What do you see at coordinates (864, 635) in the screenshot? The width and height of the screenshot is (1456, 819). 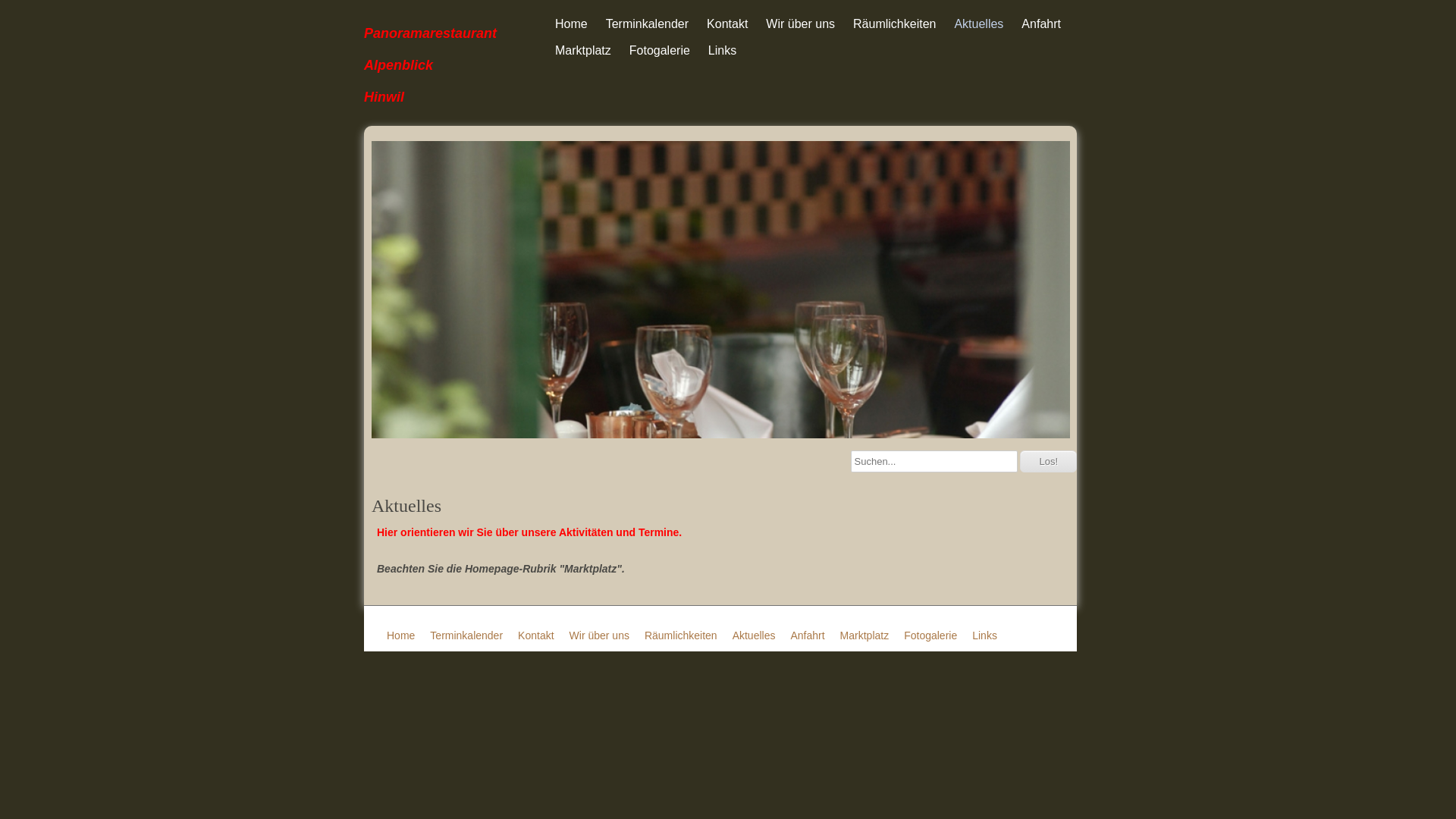 I see `'Marktplatz'` at bounding box center [864, 635].